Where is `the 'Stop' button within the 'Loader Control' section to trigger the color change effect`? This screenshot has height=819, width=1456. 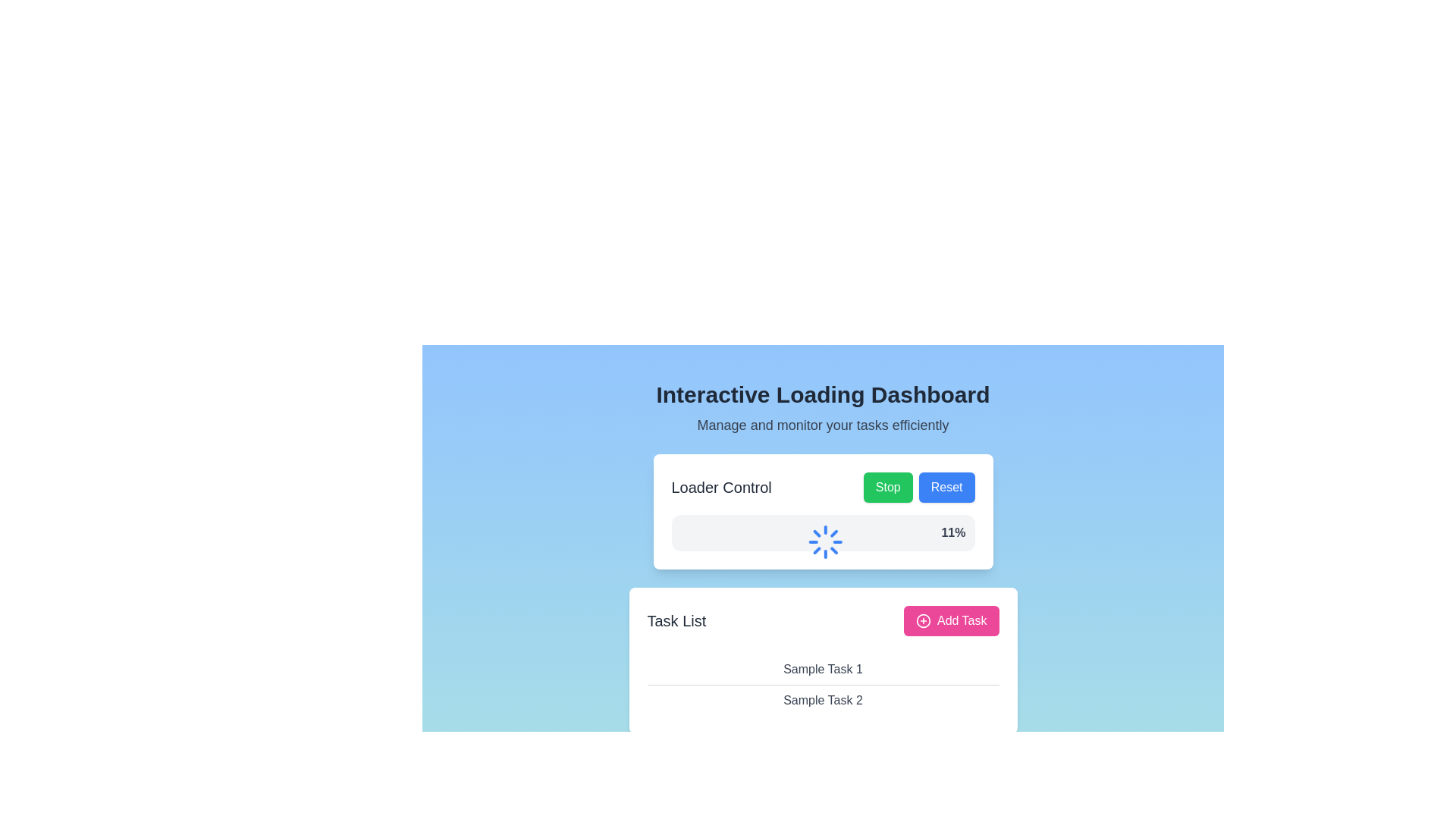
the 'Stop' button within the 'Loader Control' section to trigger the color change effect is located at coordinates (888, 488).